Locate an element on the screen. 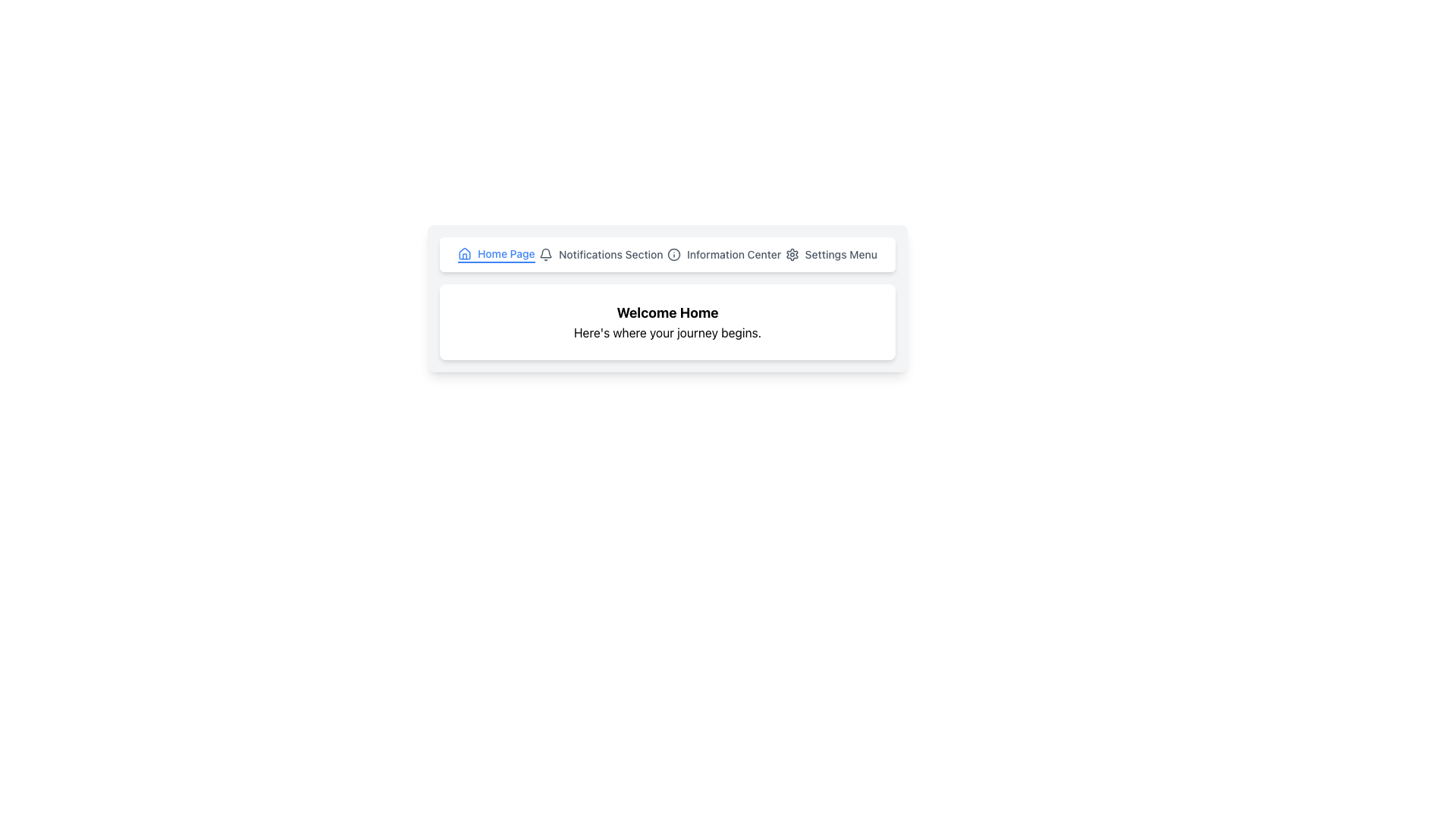 The image size is (1456, 819). the bell icon, which is a line-drawn shape with a rounded top and slightly flared bottom, located to the right of the 'Home Page' text link in the navigation bar is located at coordinates (546, 253).